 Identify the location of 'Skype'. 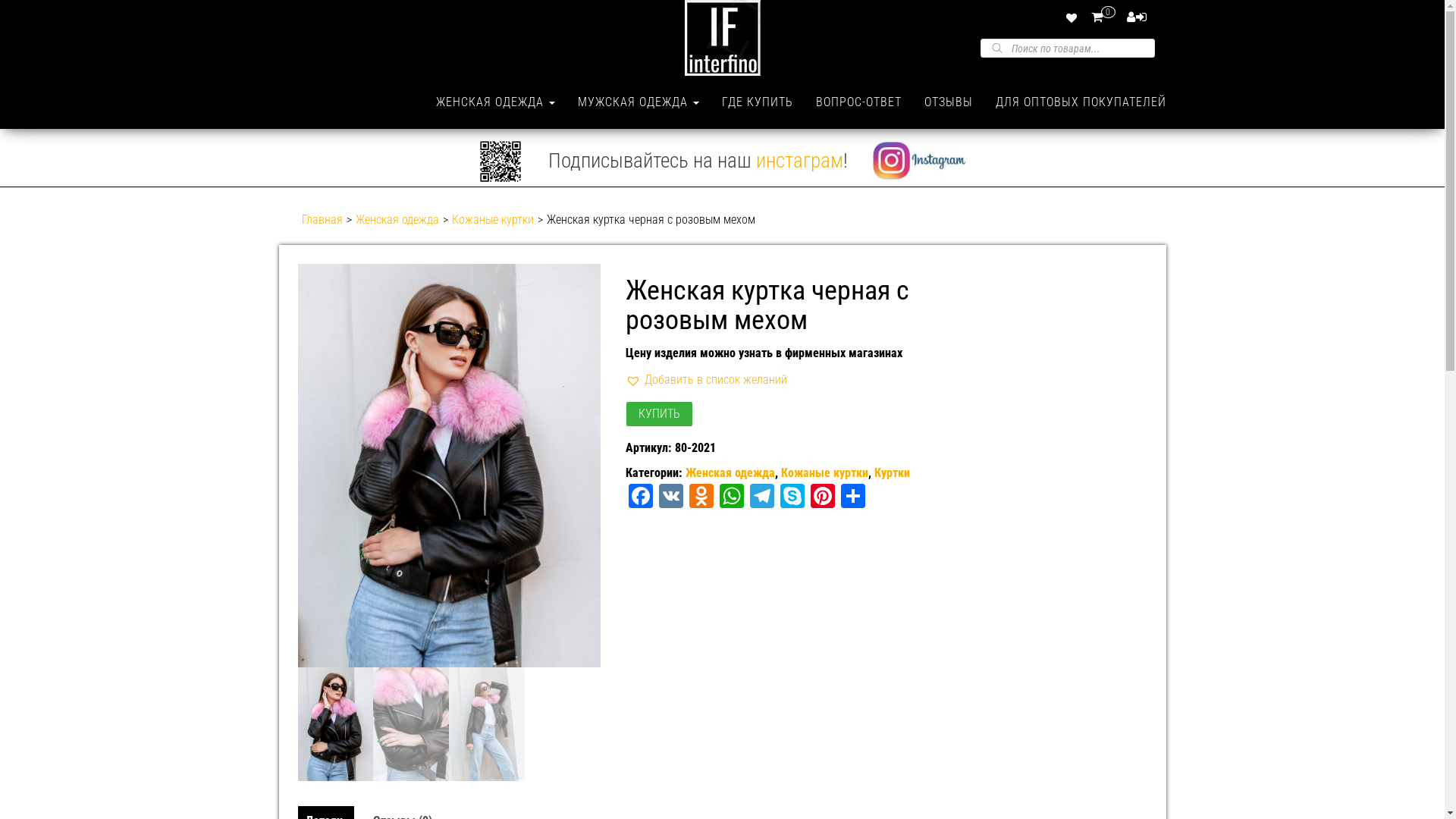
(792, 497).